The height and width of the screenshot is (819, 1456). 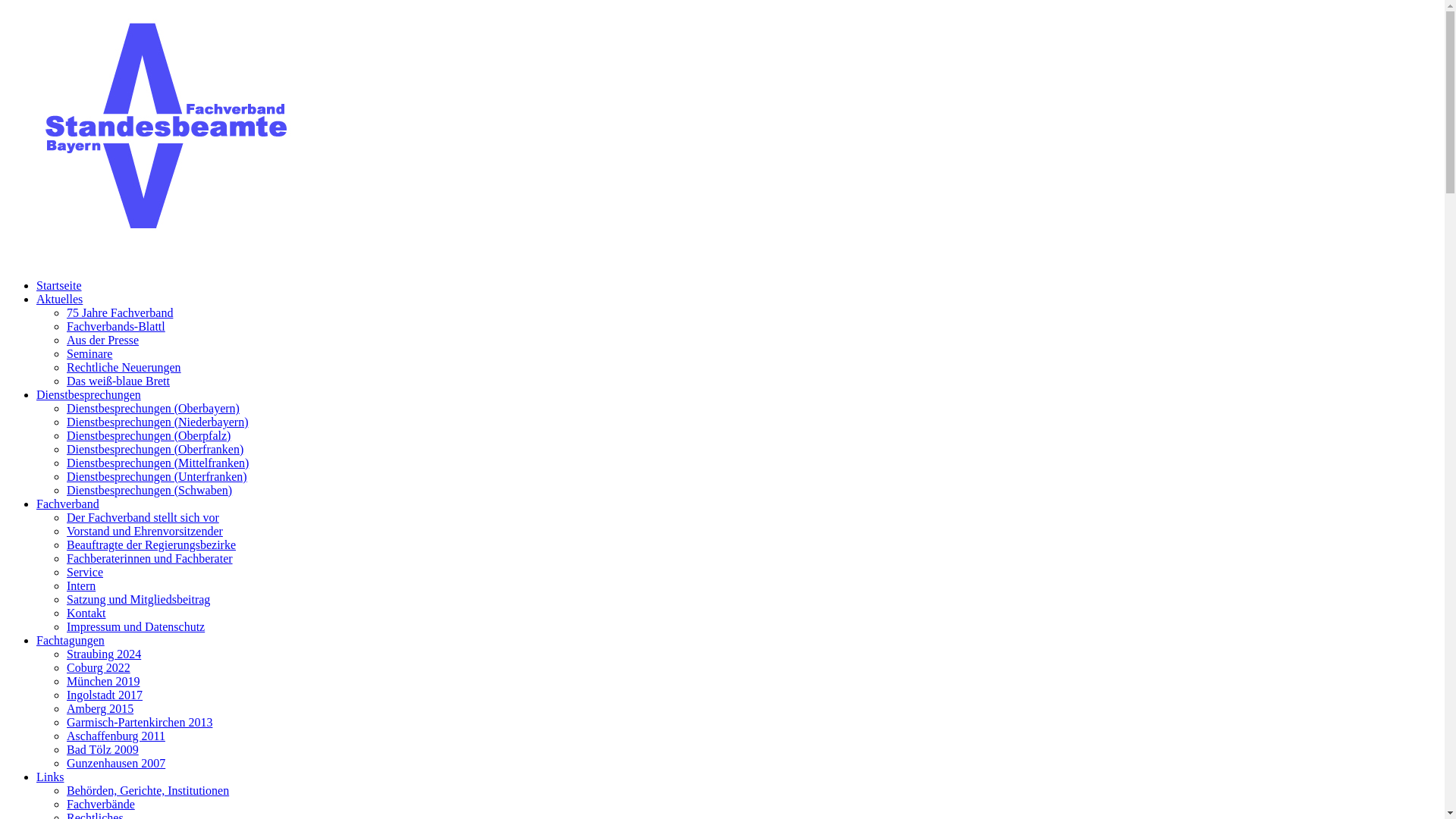 What do you see at coordinates (83, 572) in the screenshot?
I see `'Service'` at bounding box center [83, 572].